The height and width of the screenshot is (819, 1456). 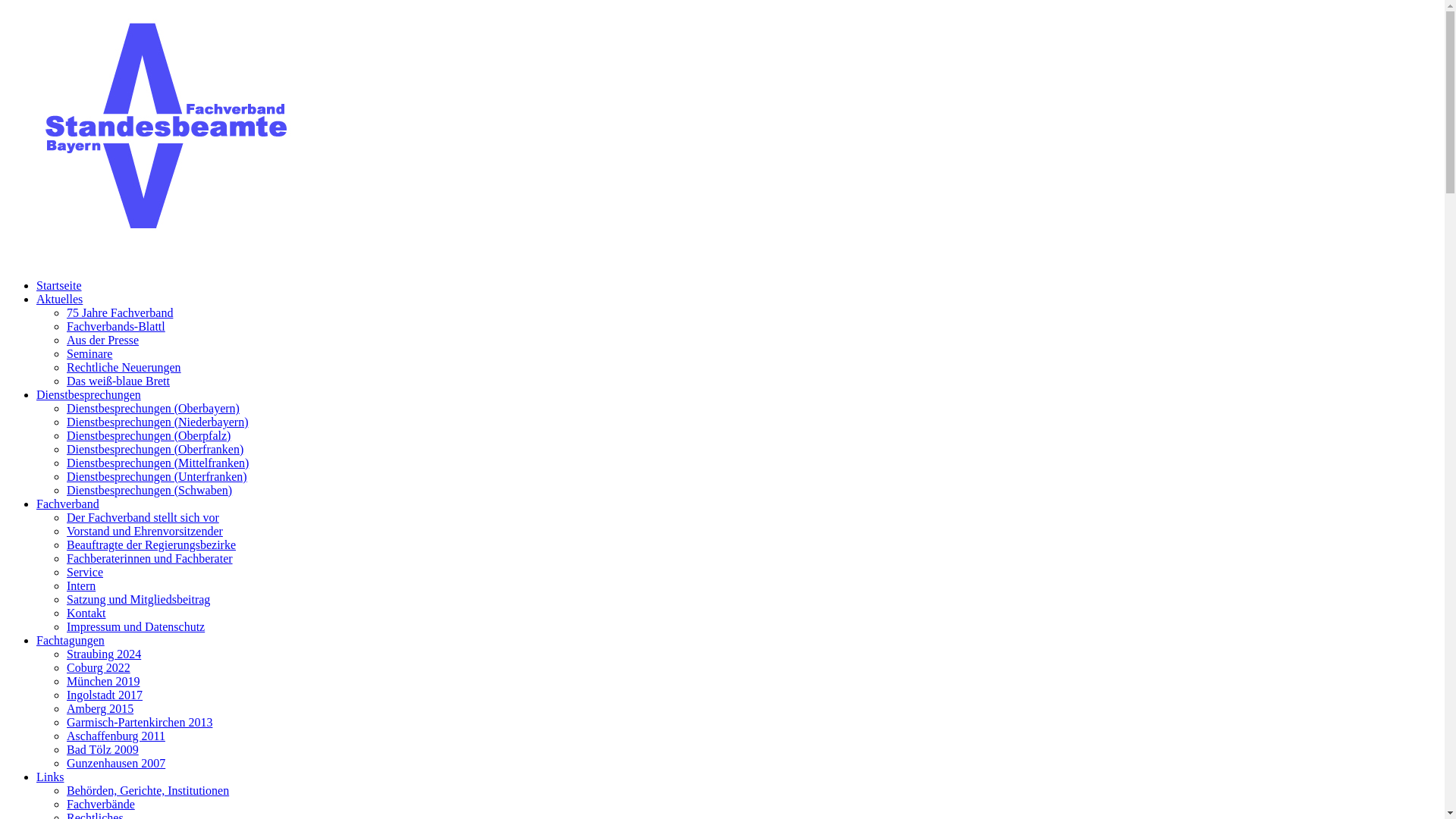 What do you see at coordinates (83, 572) in the screenshot?
I see `'Service'` at bounding box center [83, 572].